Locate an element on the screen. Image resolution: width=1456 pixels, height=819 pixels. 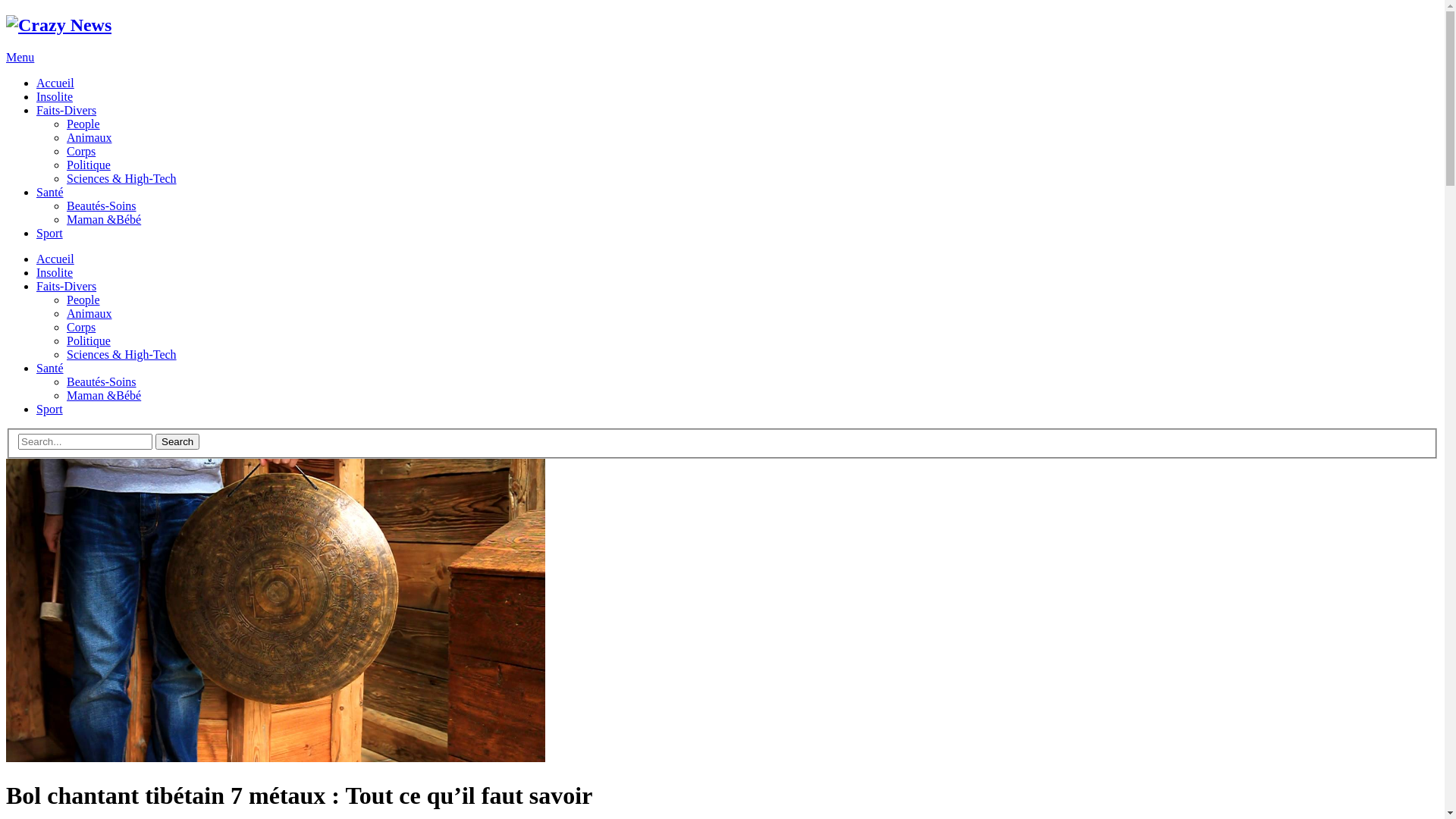
'Corps' is located at coordinates (80, 326).